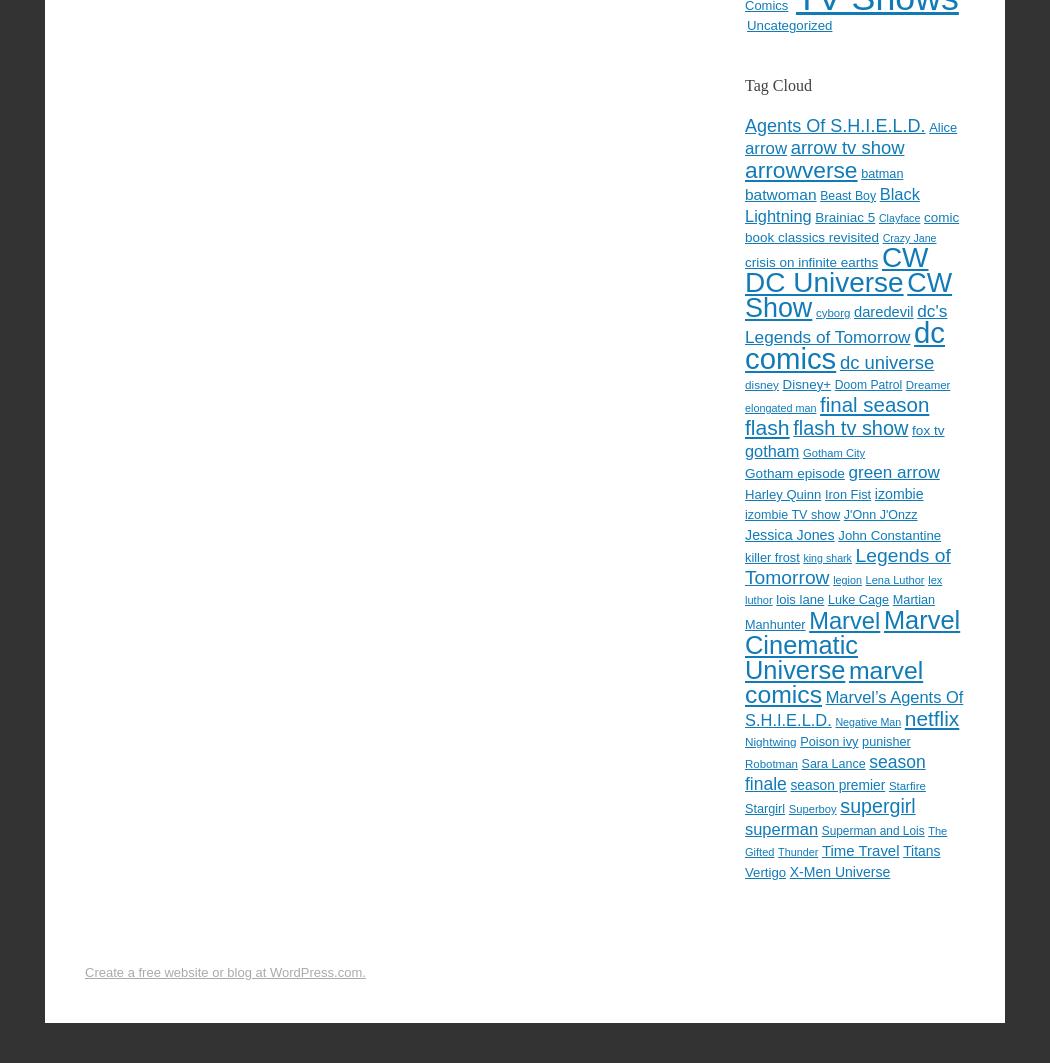 The width and height of the screenshot is (1050, 1063). I want to click on 'superman', so click(743, 826).